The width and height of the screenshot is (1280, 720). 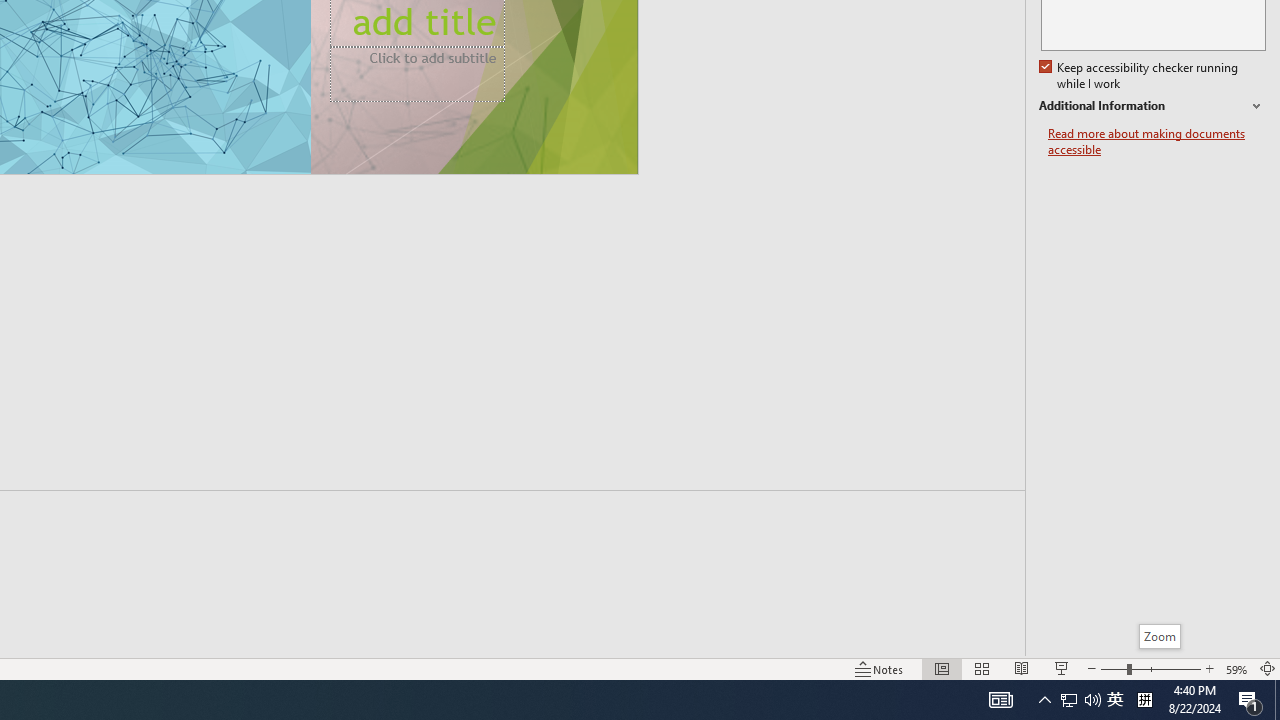 I want to click on 'Zoom 59%', so click(x=1236, y=669).